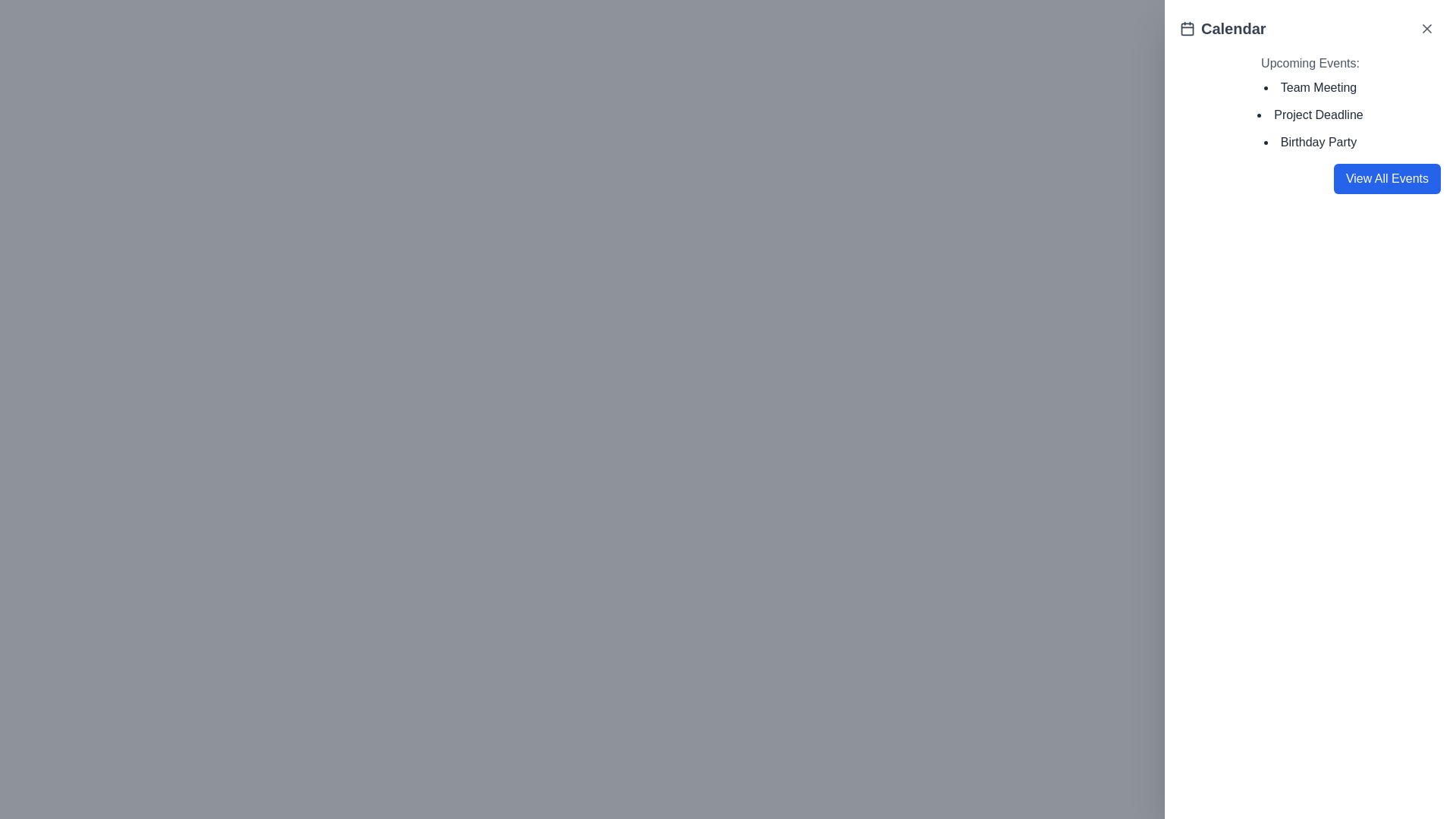 This screenshot has height=819, width=1456. I want to click on the button located in the bottom-right corner of the panel labeled 'Calendar', so click(1387, 177).